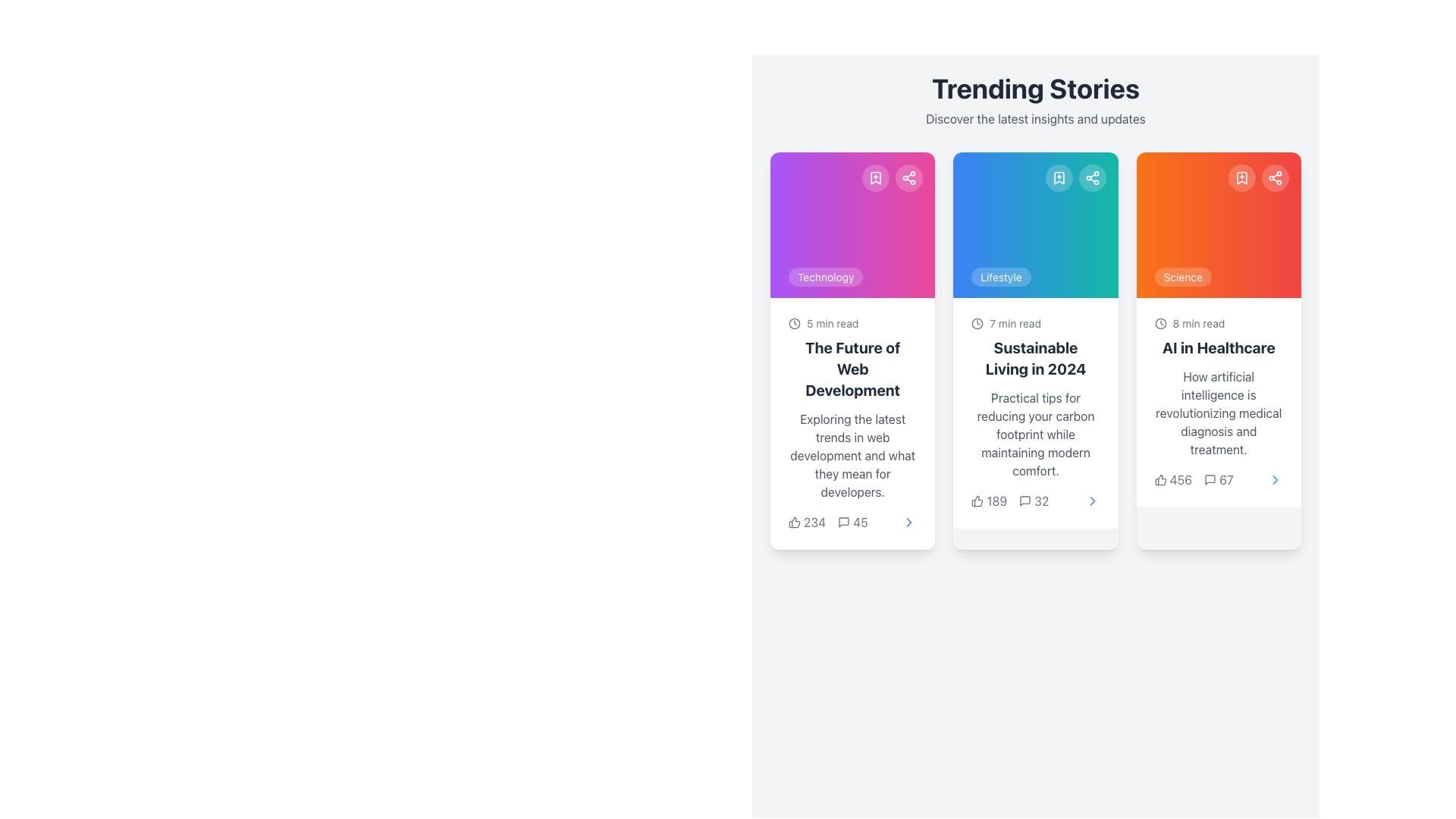  I want to click on the first button from the left in the top-right corner of the first card in the grid to bookmark the content, so click(876, 177).